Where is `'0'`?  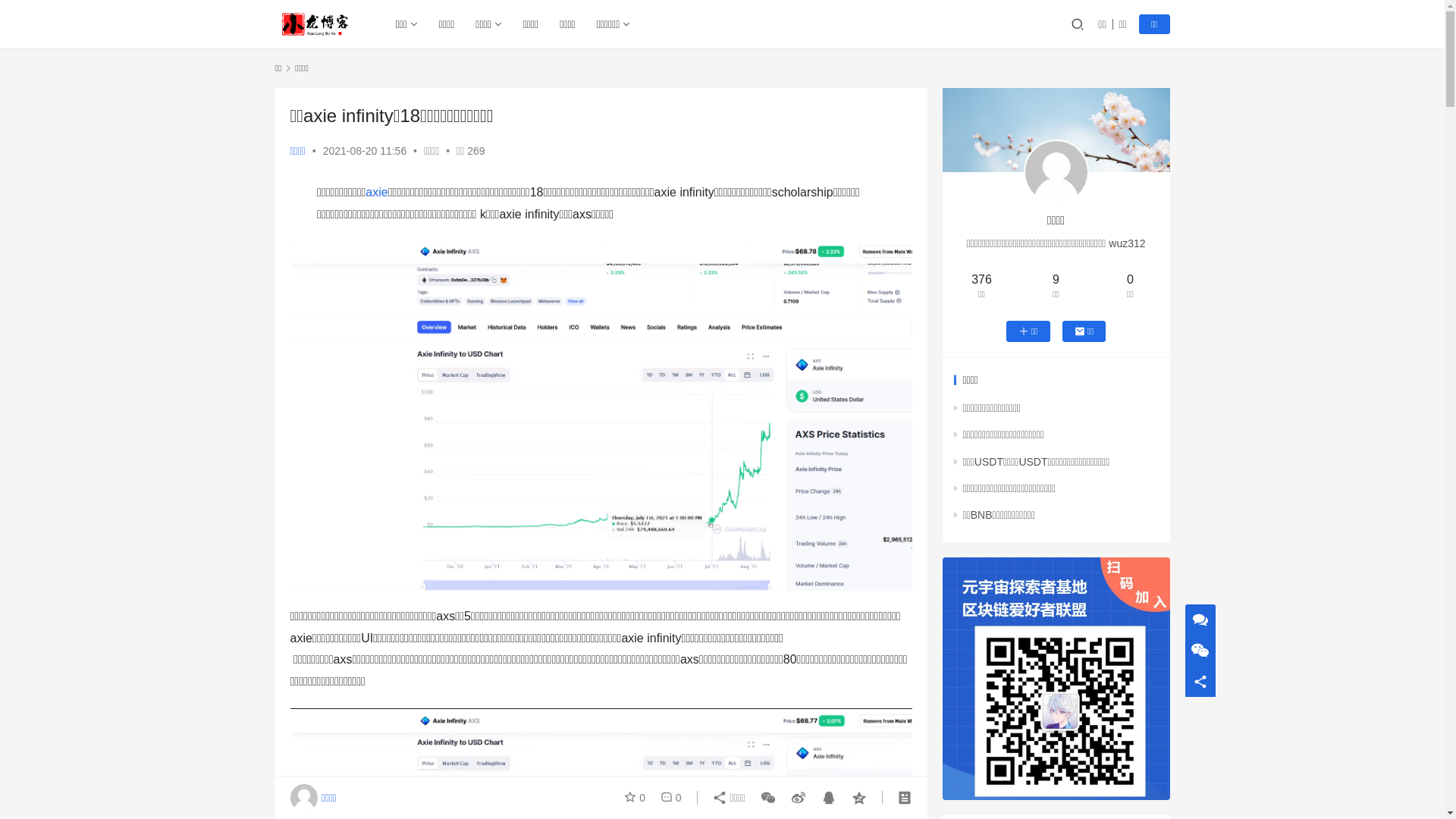
'0' is located at coordinates (637, 797).